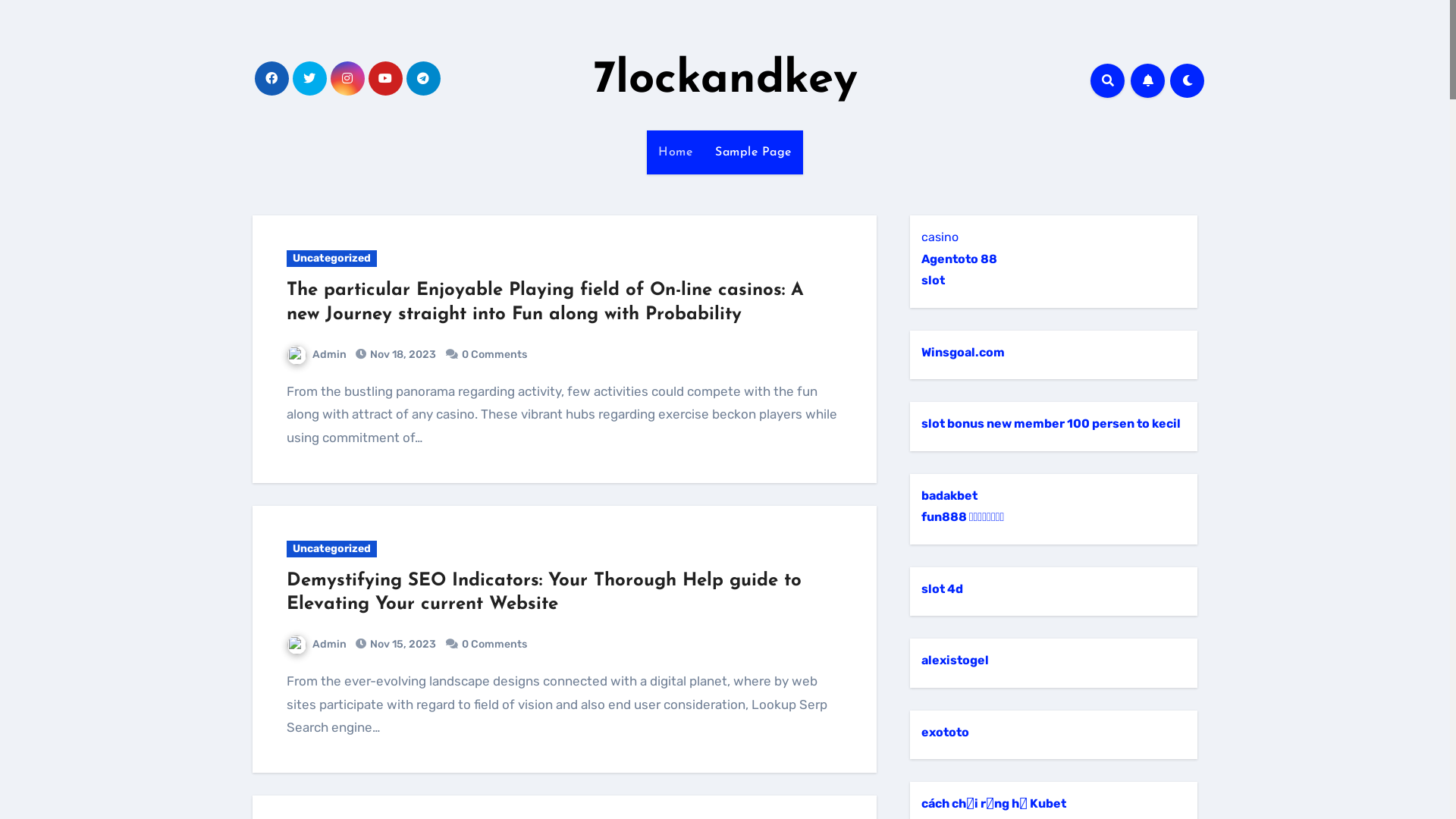 This screenshot has height=819, width=1456. What do you see at coordinates (401, 644) in the screenshot?
I see `'Nov 15, 2023'` at bounding box center [401, 644].